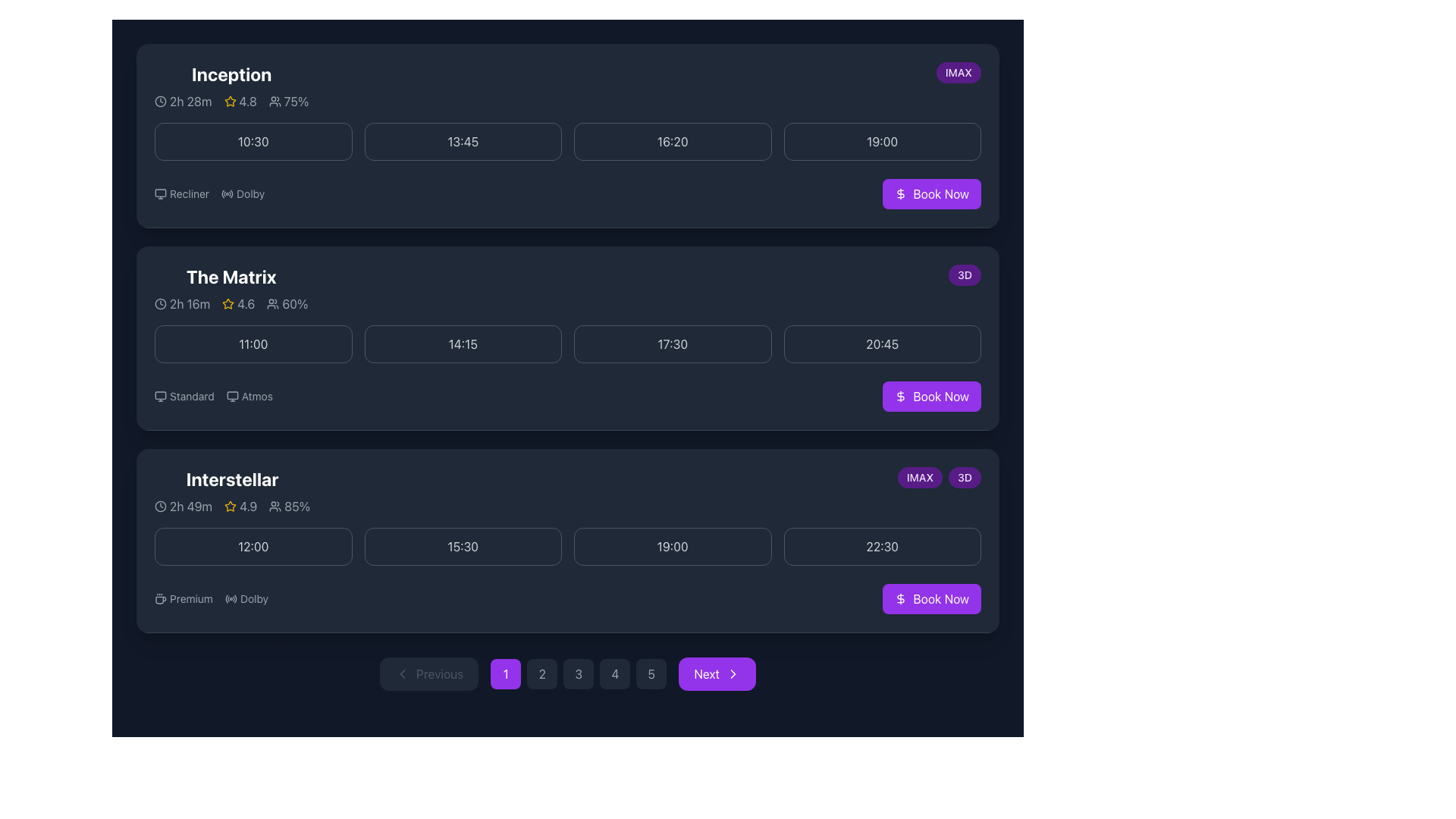 The image size is (1456, 819). What do you see at coordinates (958, 73) in the screenshot?
I see `the IMAX availability text label positioned in the top-right corner of the 'Inception' movie card, just above the 'Book Now' button` at bounding box center [958, 73].